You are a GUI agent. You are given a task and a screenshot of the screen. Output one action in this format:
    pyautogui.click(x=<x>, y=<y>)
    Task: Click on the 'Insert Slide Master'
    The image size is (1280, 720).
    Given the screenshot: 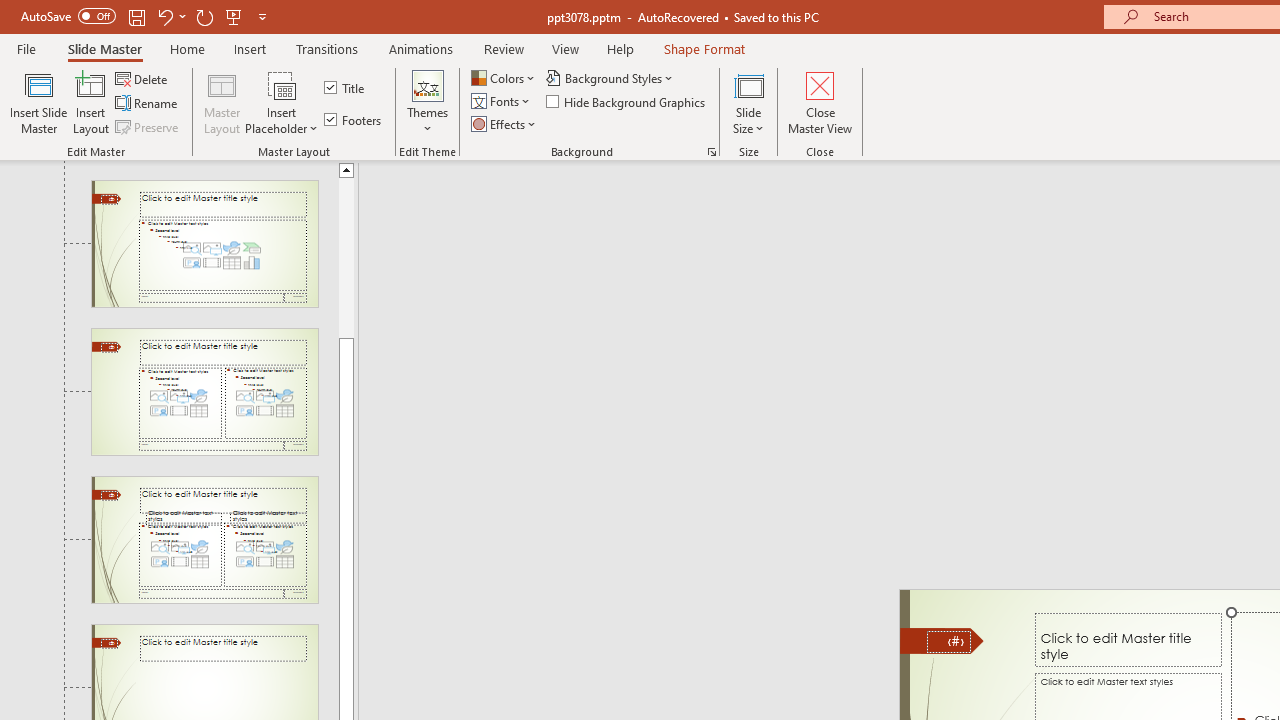 What is the action you would take?
    pyautogui.click(x=39, y=103)
    